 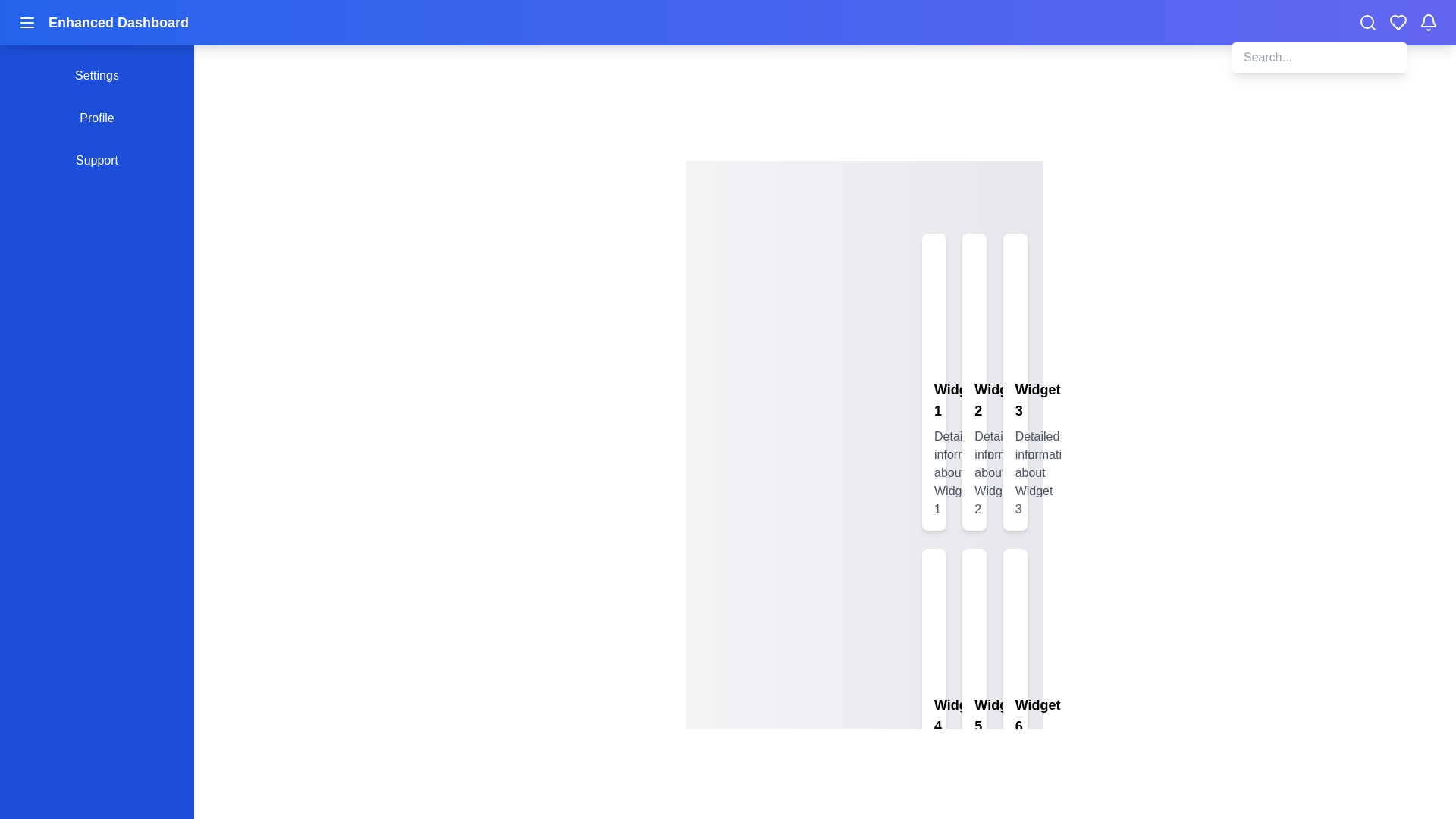 I want to click on the heart icon button located in the top-right corner of the header bar, so click(x=1397, y=23).